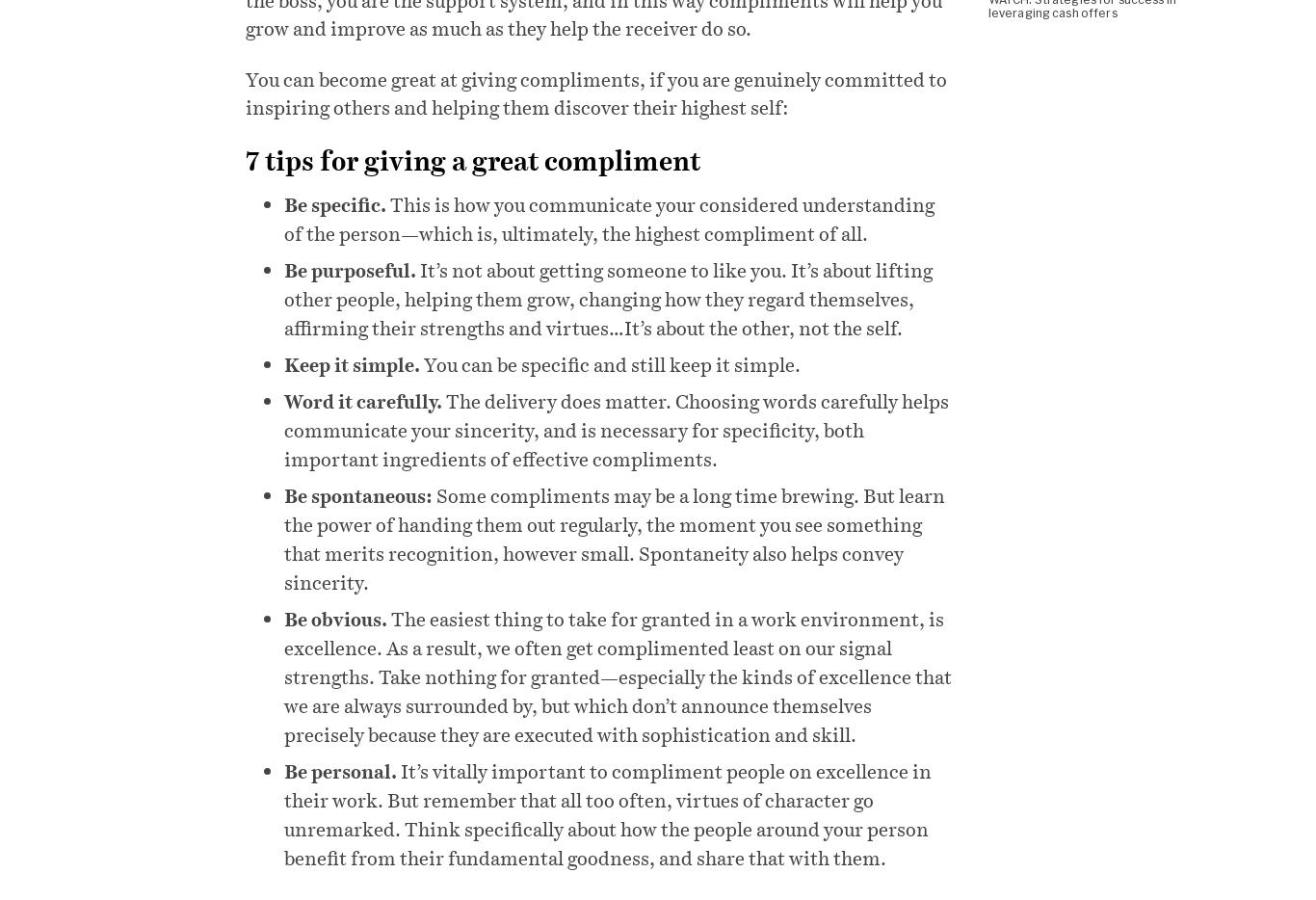  I want to click on 'Be personal.', so click(339, 770).